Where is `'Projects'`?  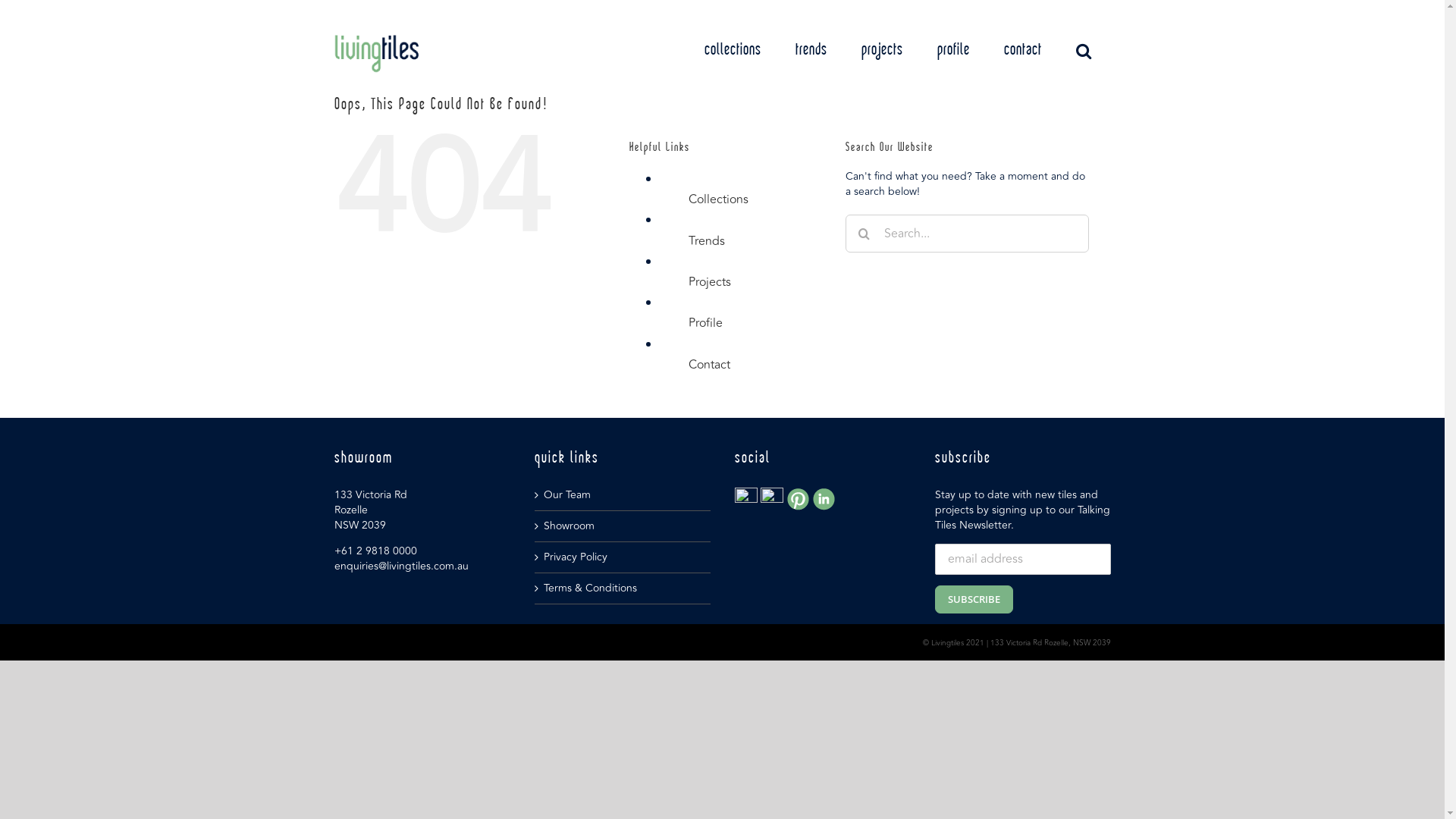 'Projects' is located at coordinates (709, 281).